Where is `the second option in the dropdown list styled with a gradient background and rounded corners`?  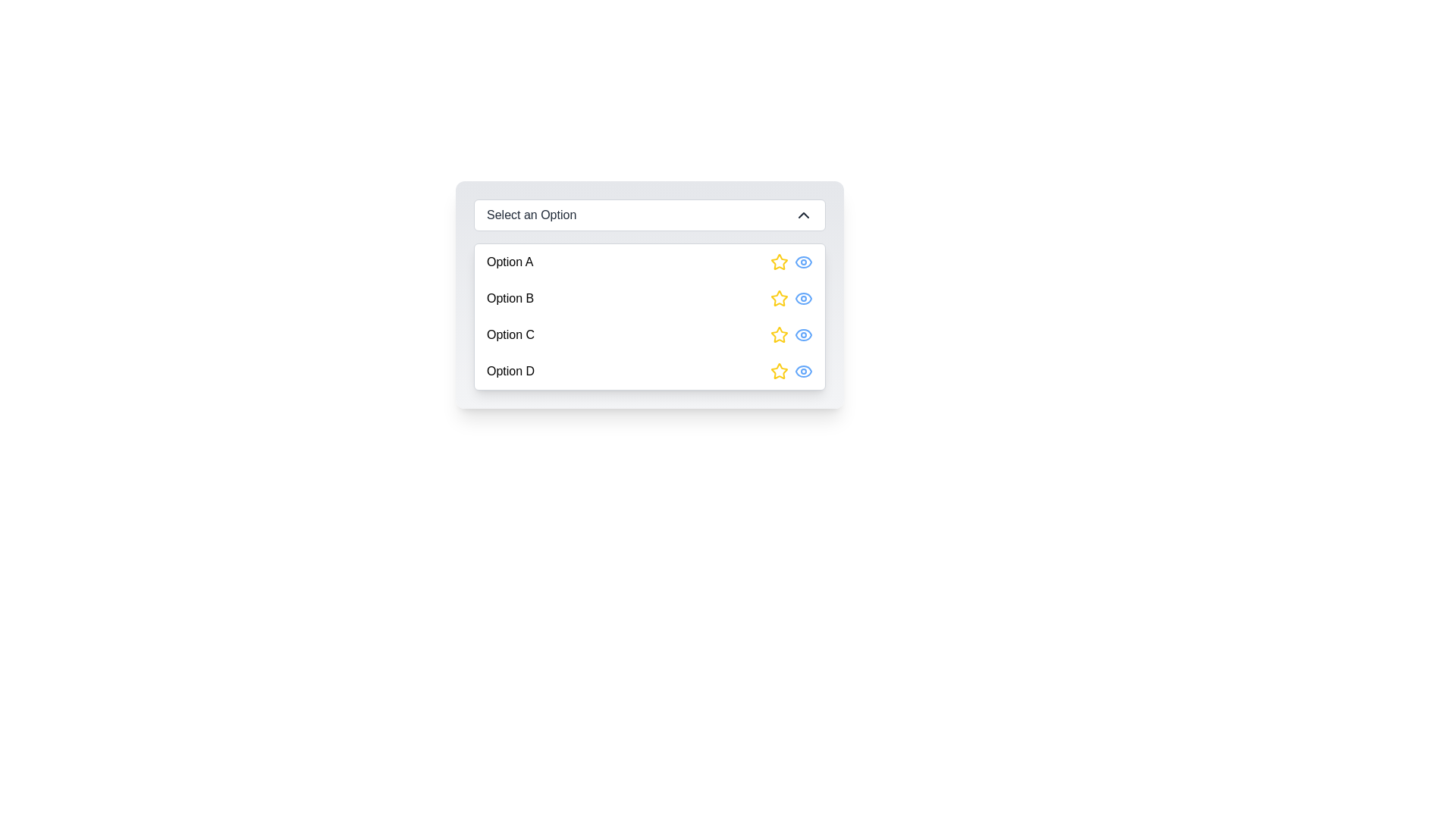 the second option in the dropdown list styled with a gradient background and rounded corners is located at coordinates (650, 295).